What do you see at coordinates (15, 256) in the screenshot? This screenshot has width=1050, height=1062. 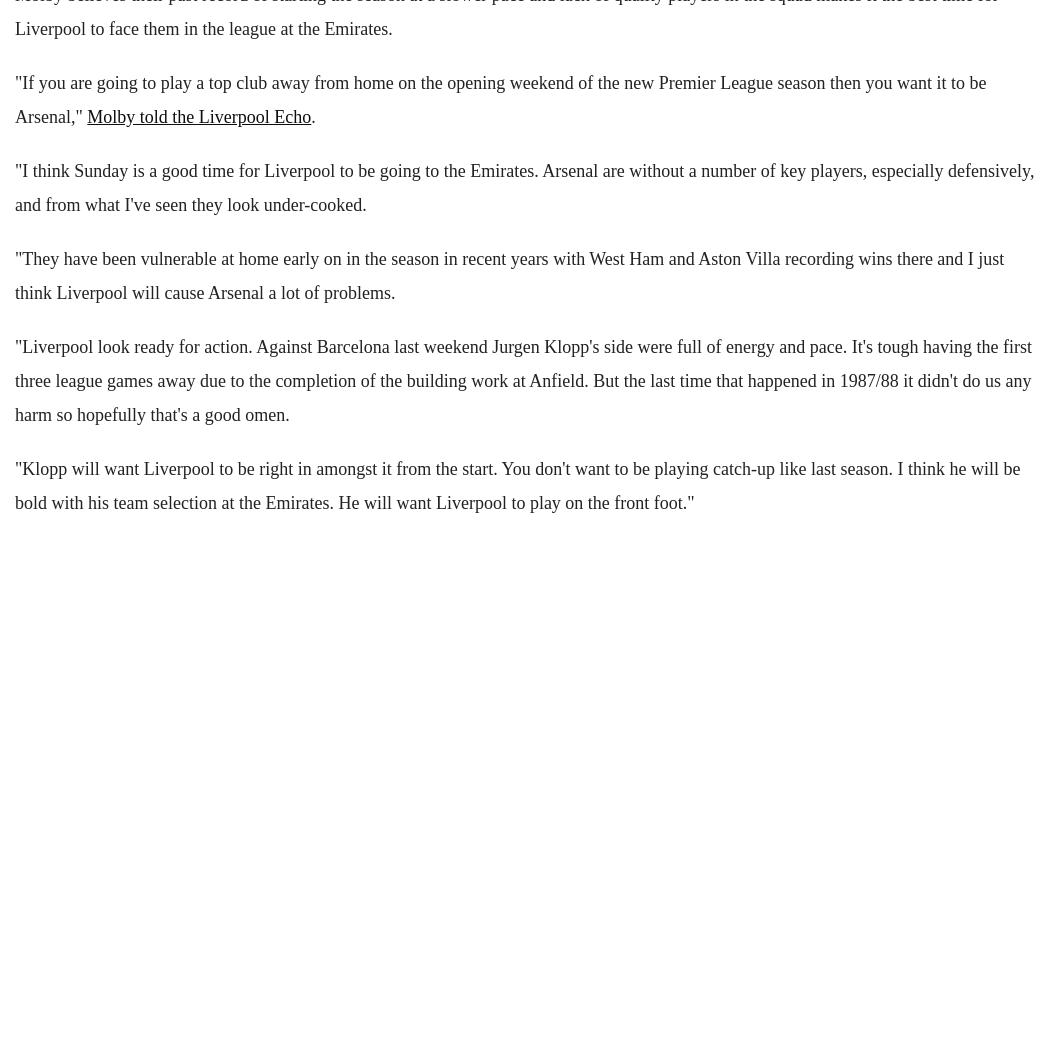 I see `'Personal Finance'` at bounding box center [15, 256].